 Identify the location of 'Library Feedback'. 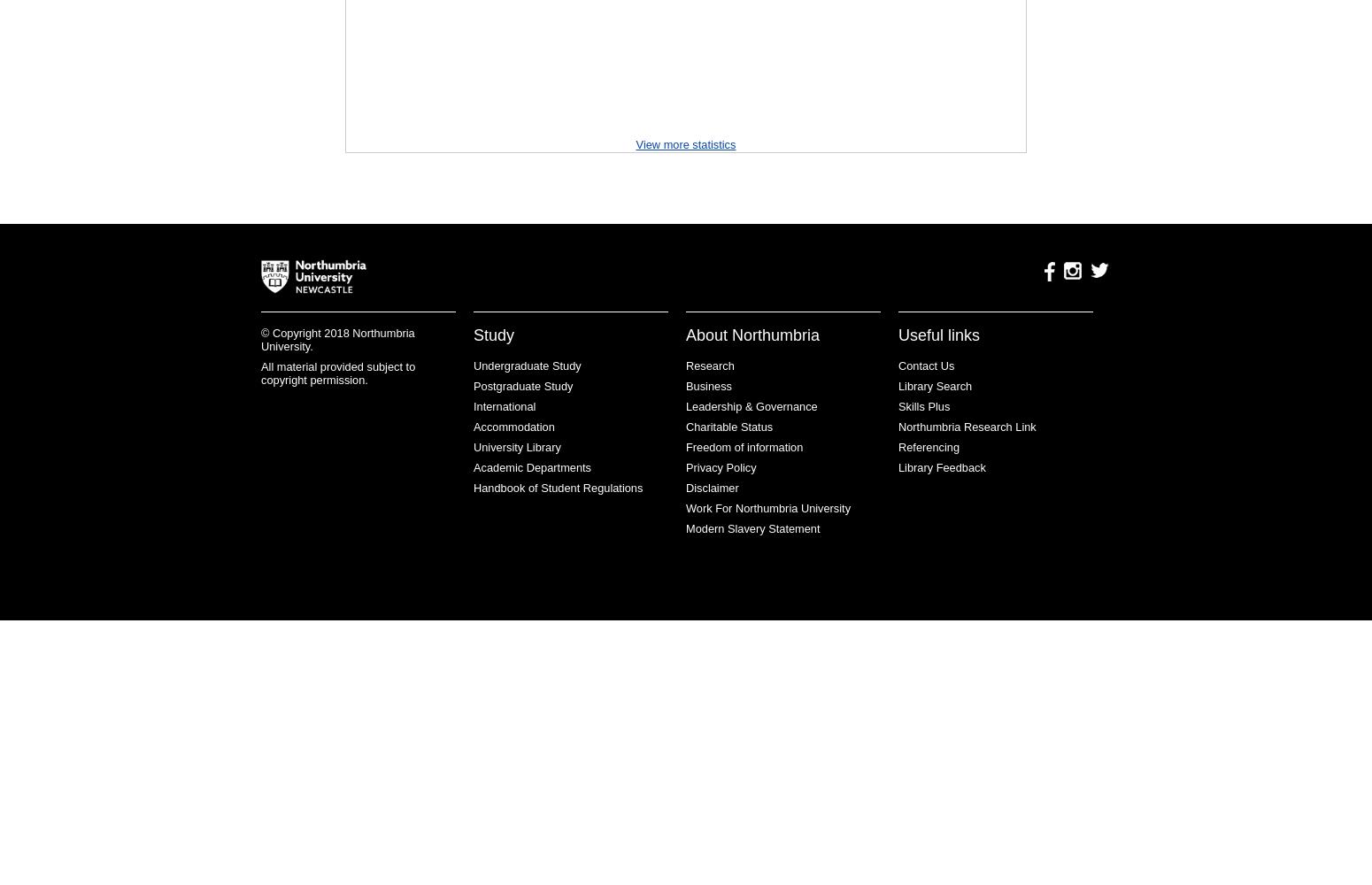
(942, 467).